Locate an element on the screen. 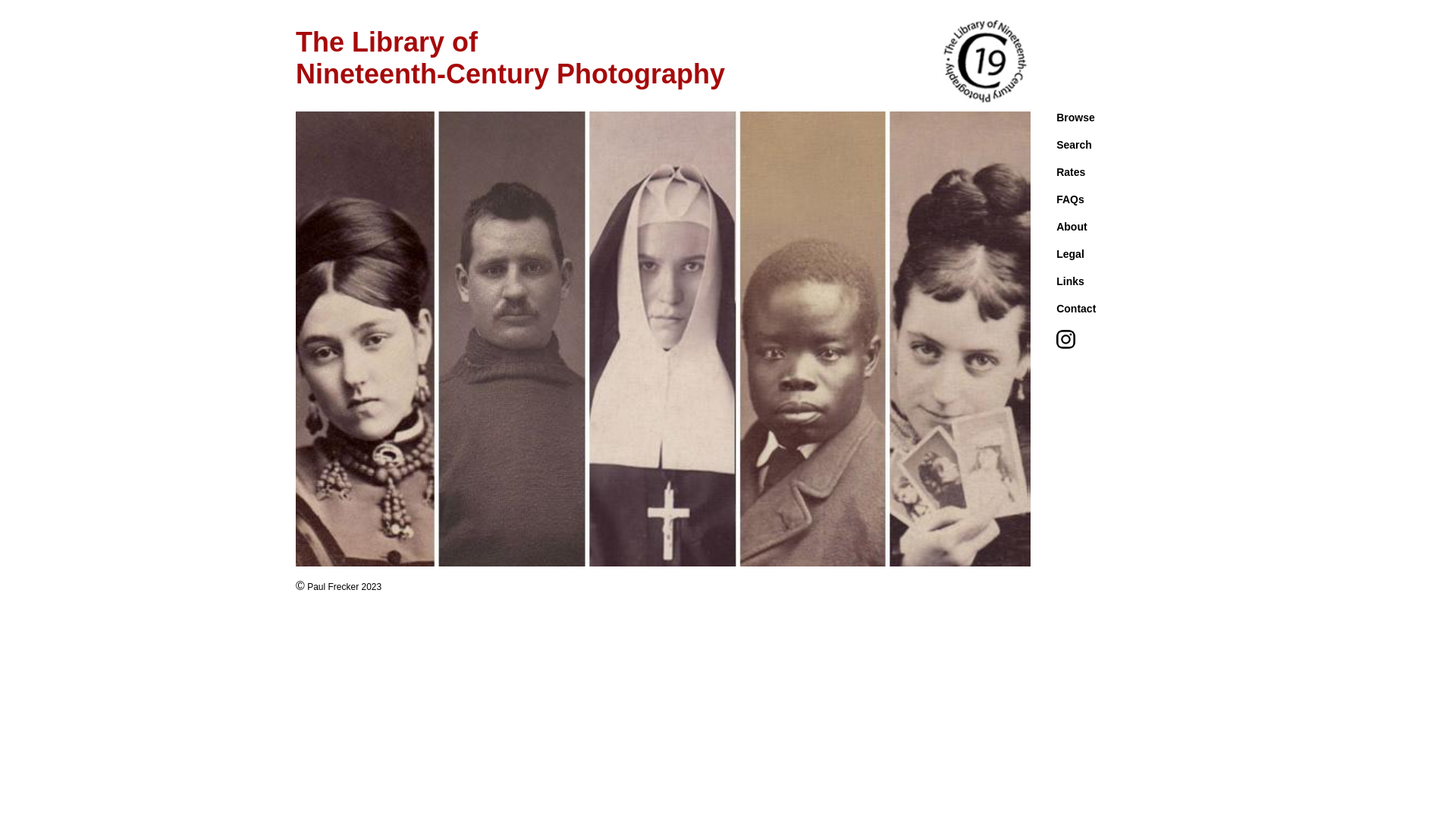 This screenshot has width=1456, height=819. 'The Library of is located at coordinates (510, 57).